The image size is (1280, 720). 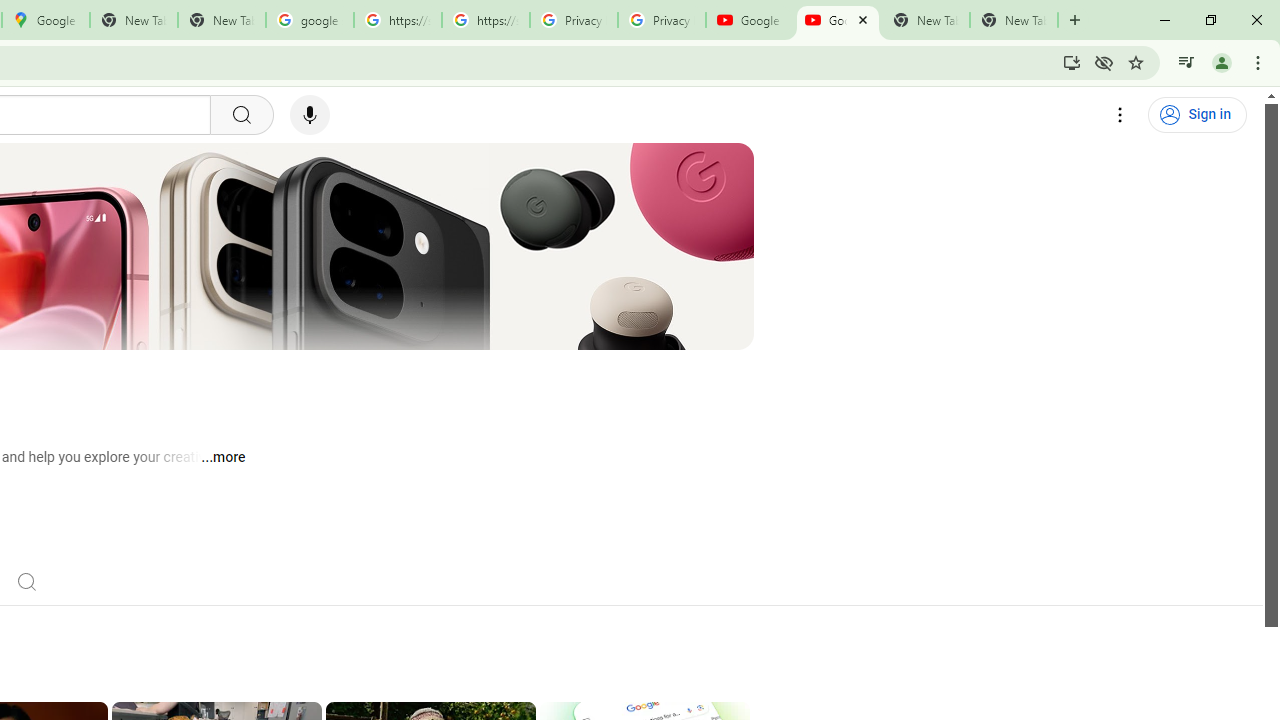 I want to click on 'Search', so click(x=26, y=581).